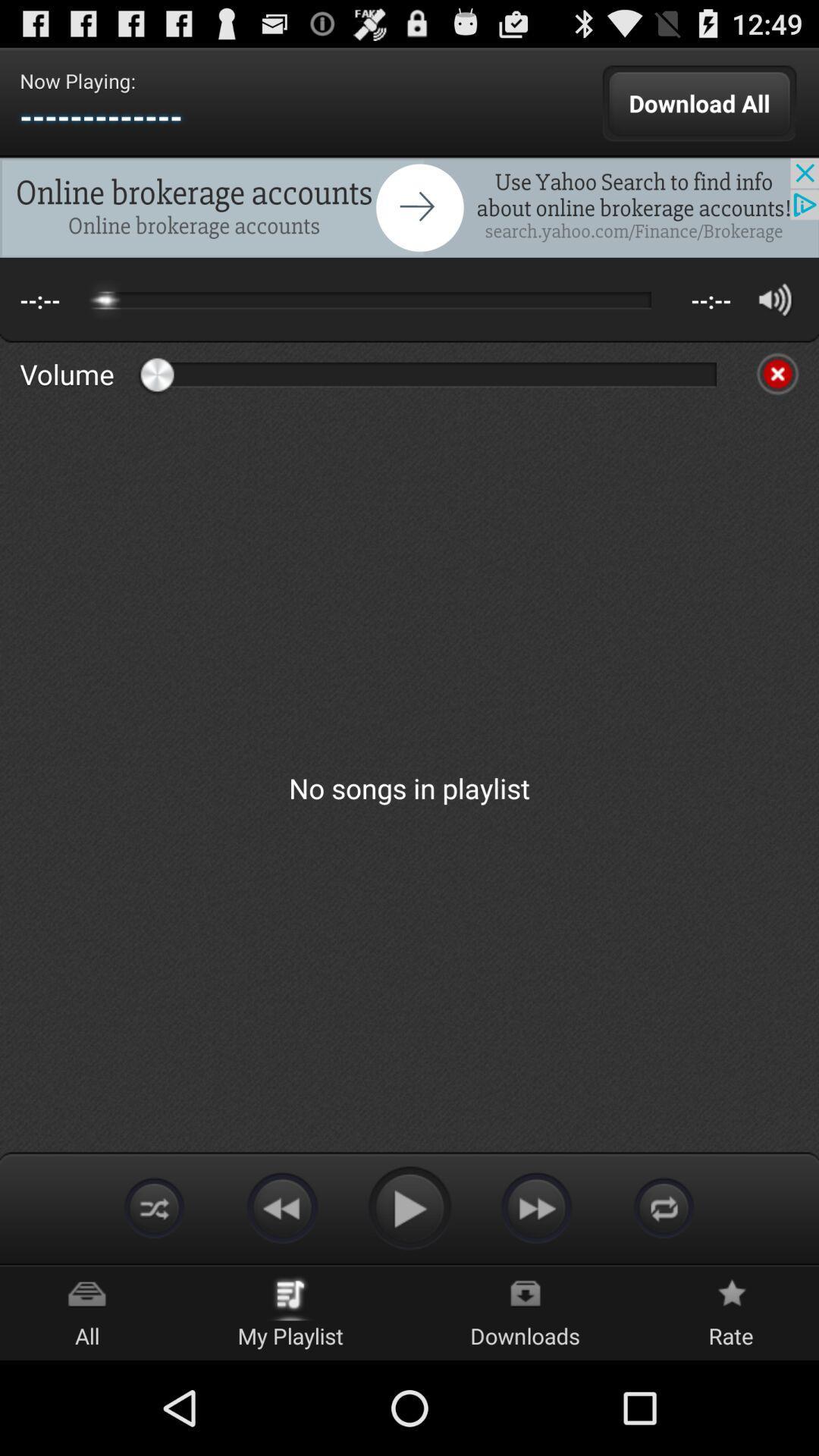 The width and height of the screenshot is (819, 1456). Describe the element at coordinates (663, 1207) in the screenshot. I see `click on shuffle` at that location.